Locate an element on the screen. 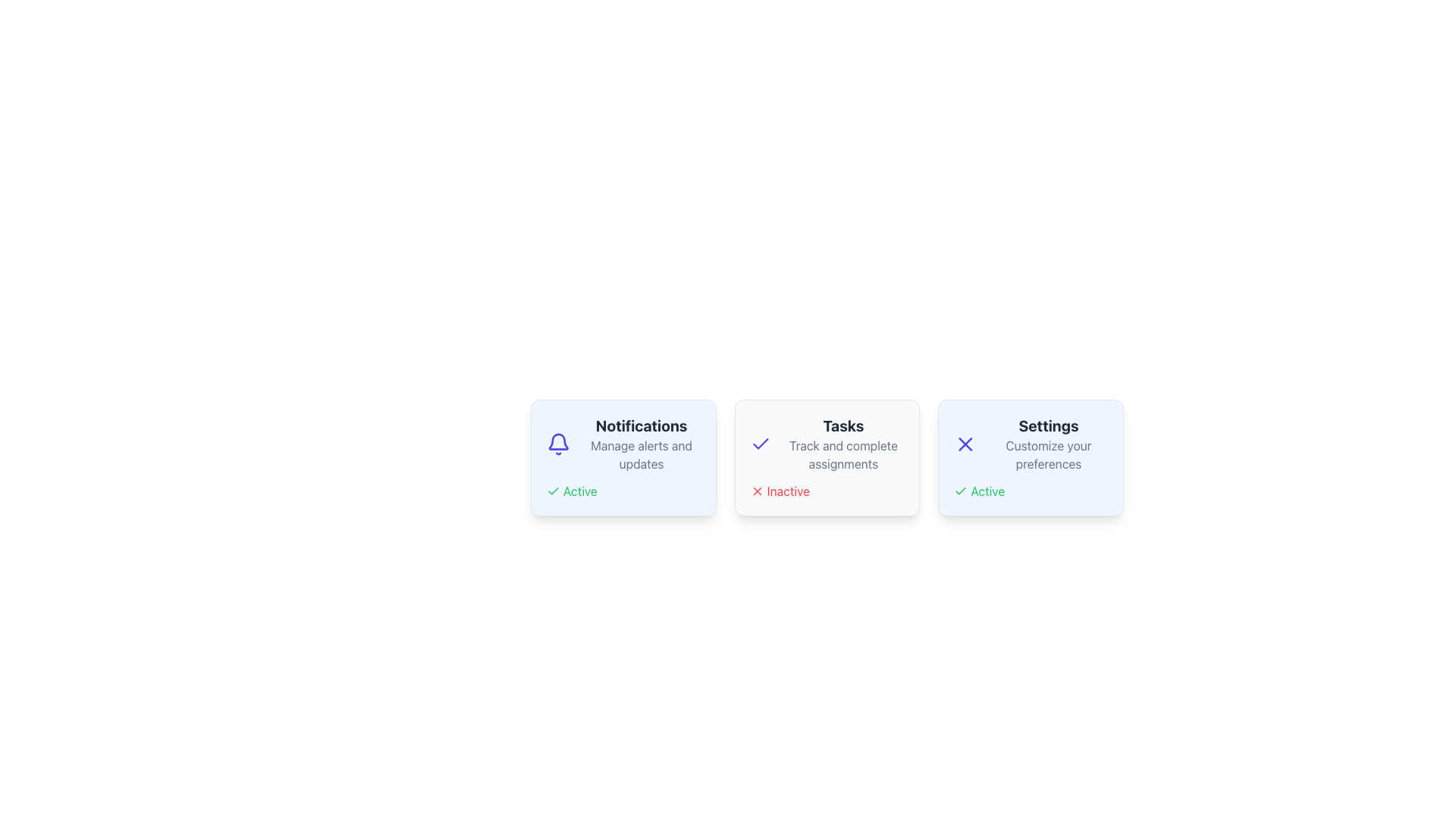 The image size is (1456, 819). information provided in the Text Label (Title and Subtitle Pair) located centrally within the leftmost card, which describes the purpose of the first card related to notifications is located at coordinates (642, 444).